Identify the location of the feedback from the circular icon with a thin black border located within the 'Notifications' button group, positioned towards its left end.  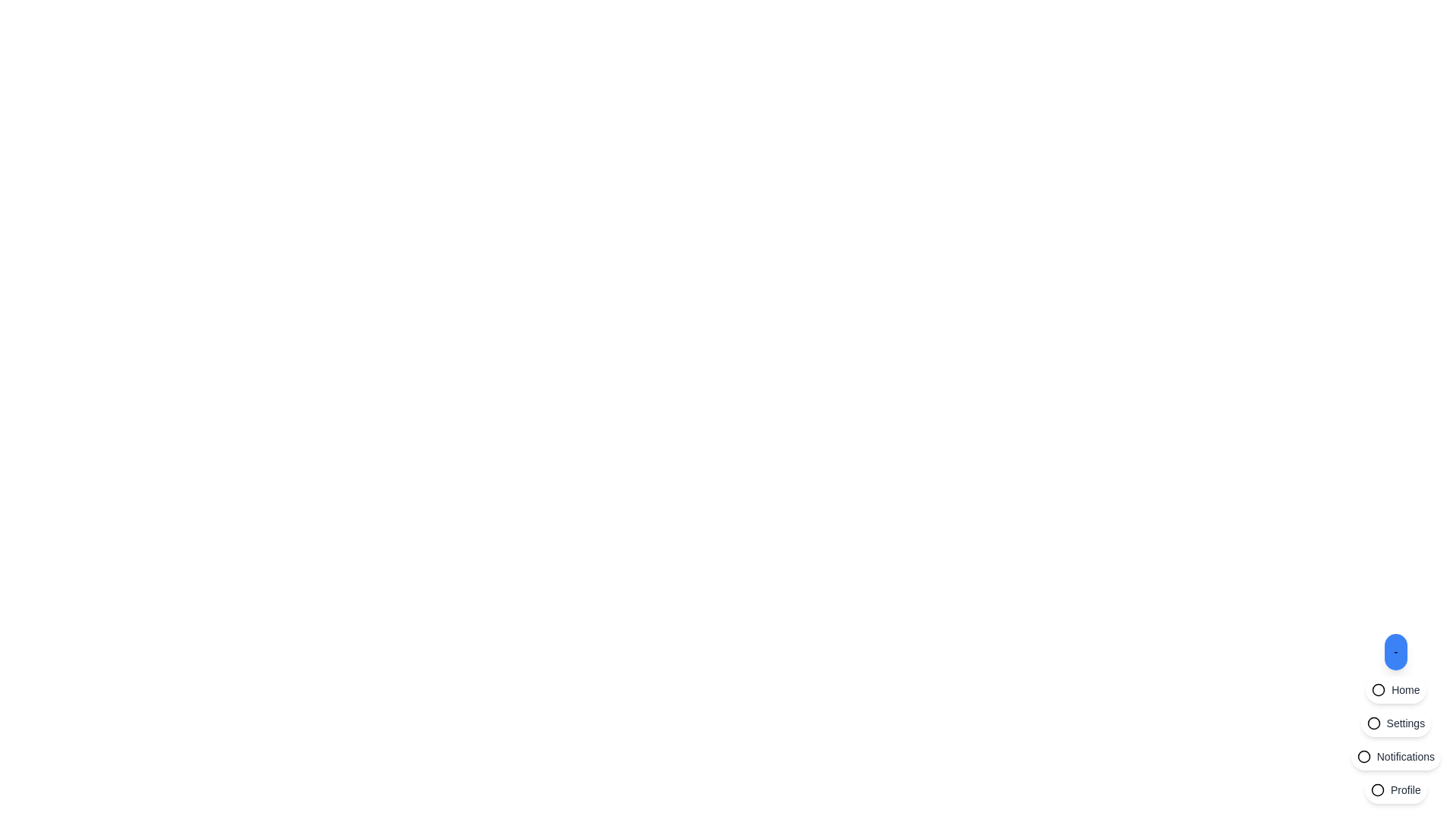
(1363, 757).